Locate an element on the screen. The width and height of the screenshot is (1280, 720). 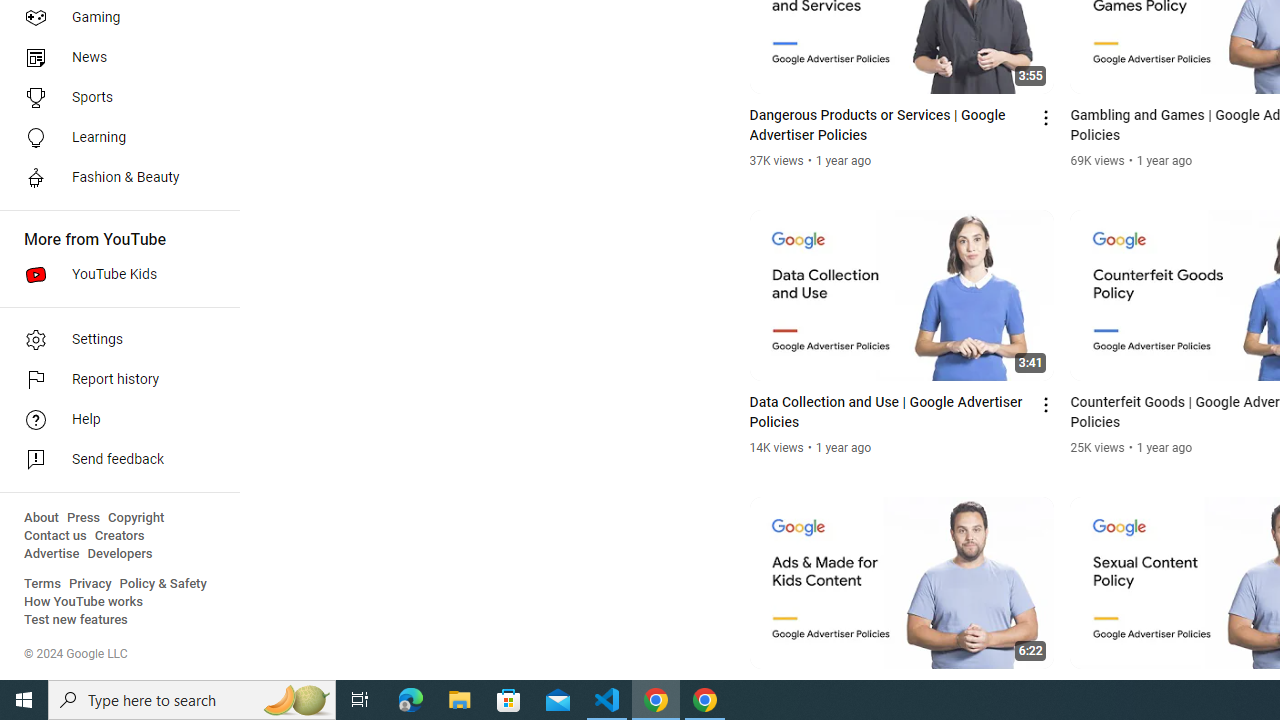
'Sports' is located at coordinates (112, 97).